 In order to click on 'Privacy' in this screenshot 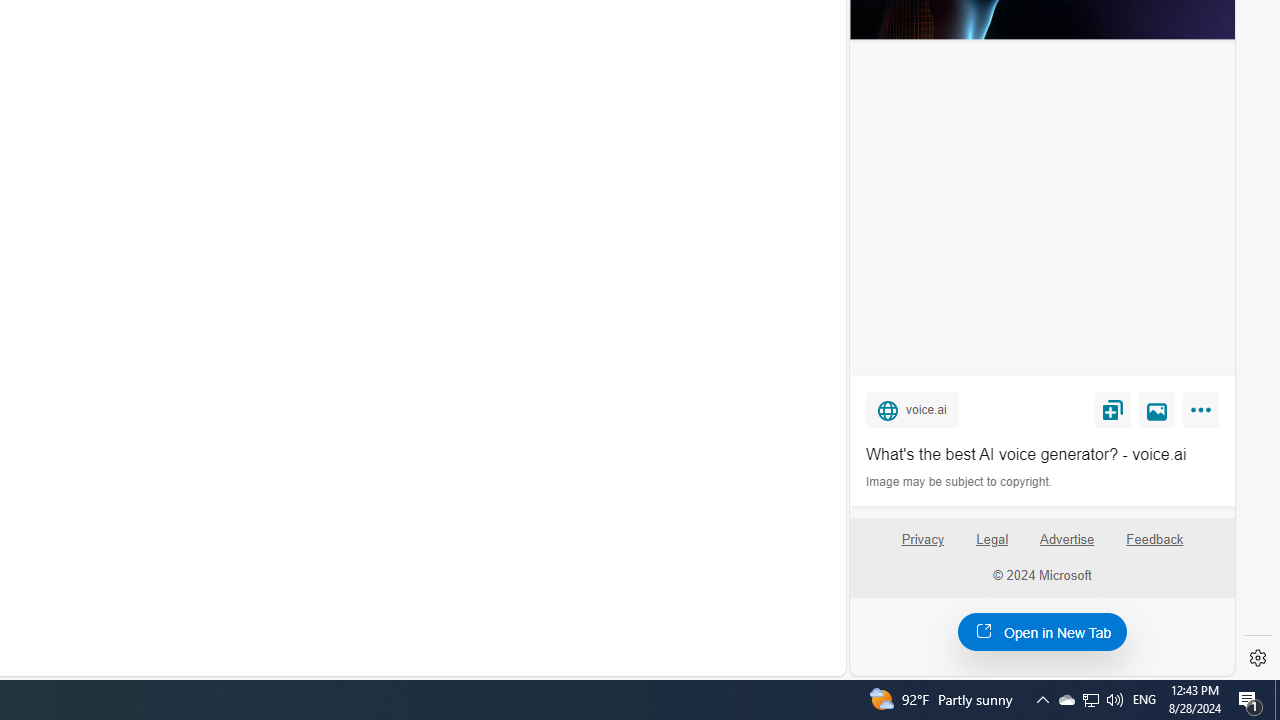, I will do `click(921, 538)`.